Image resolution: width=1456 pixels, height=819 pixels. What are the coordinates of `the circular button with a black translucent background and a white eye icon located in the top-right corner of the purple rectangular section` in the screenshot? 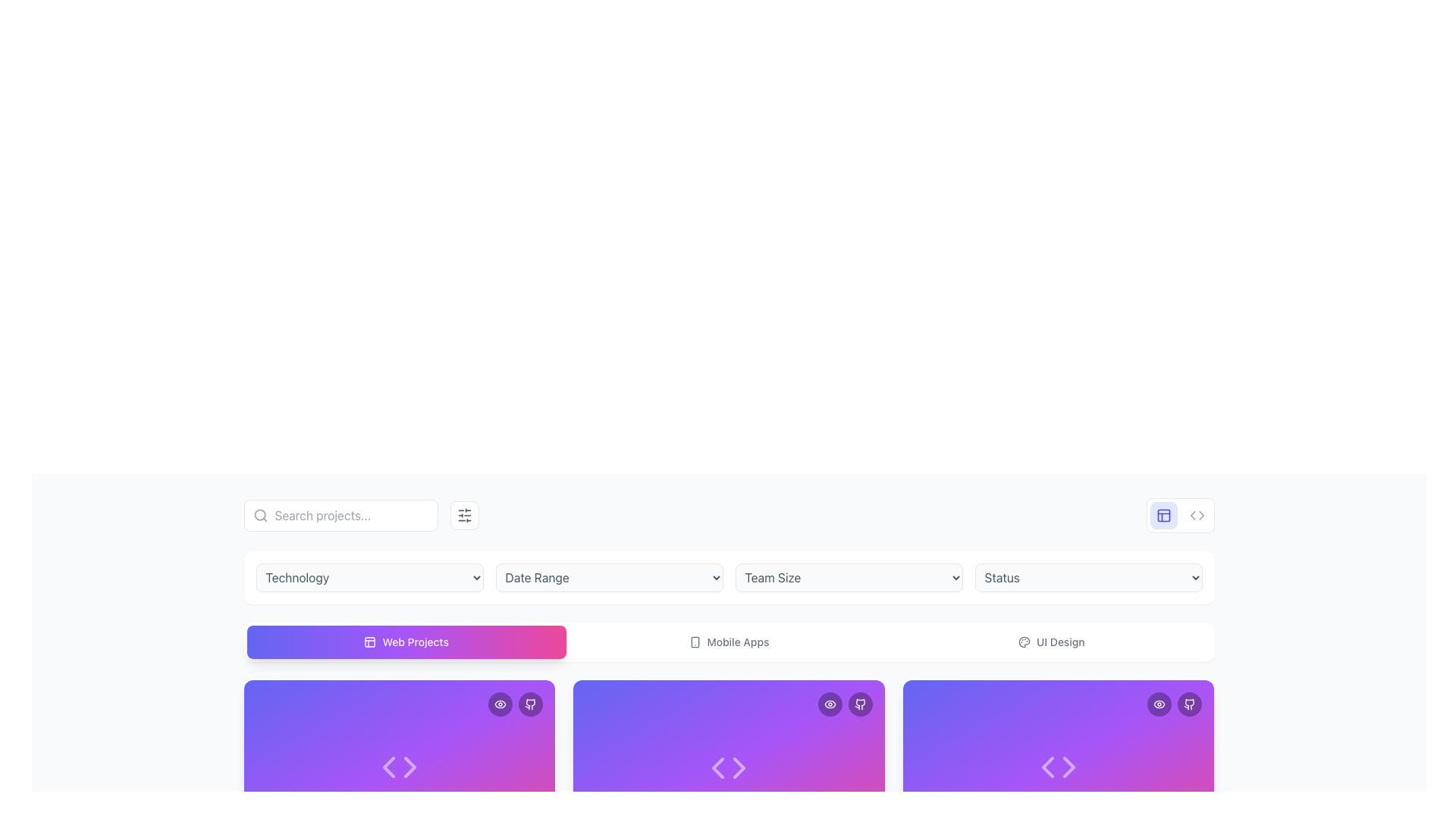 It's located at (500, 704).